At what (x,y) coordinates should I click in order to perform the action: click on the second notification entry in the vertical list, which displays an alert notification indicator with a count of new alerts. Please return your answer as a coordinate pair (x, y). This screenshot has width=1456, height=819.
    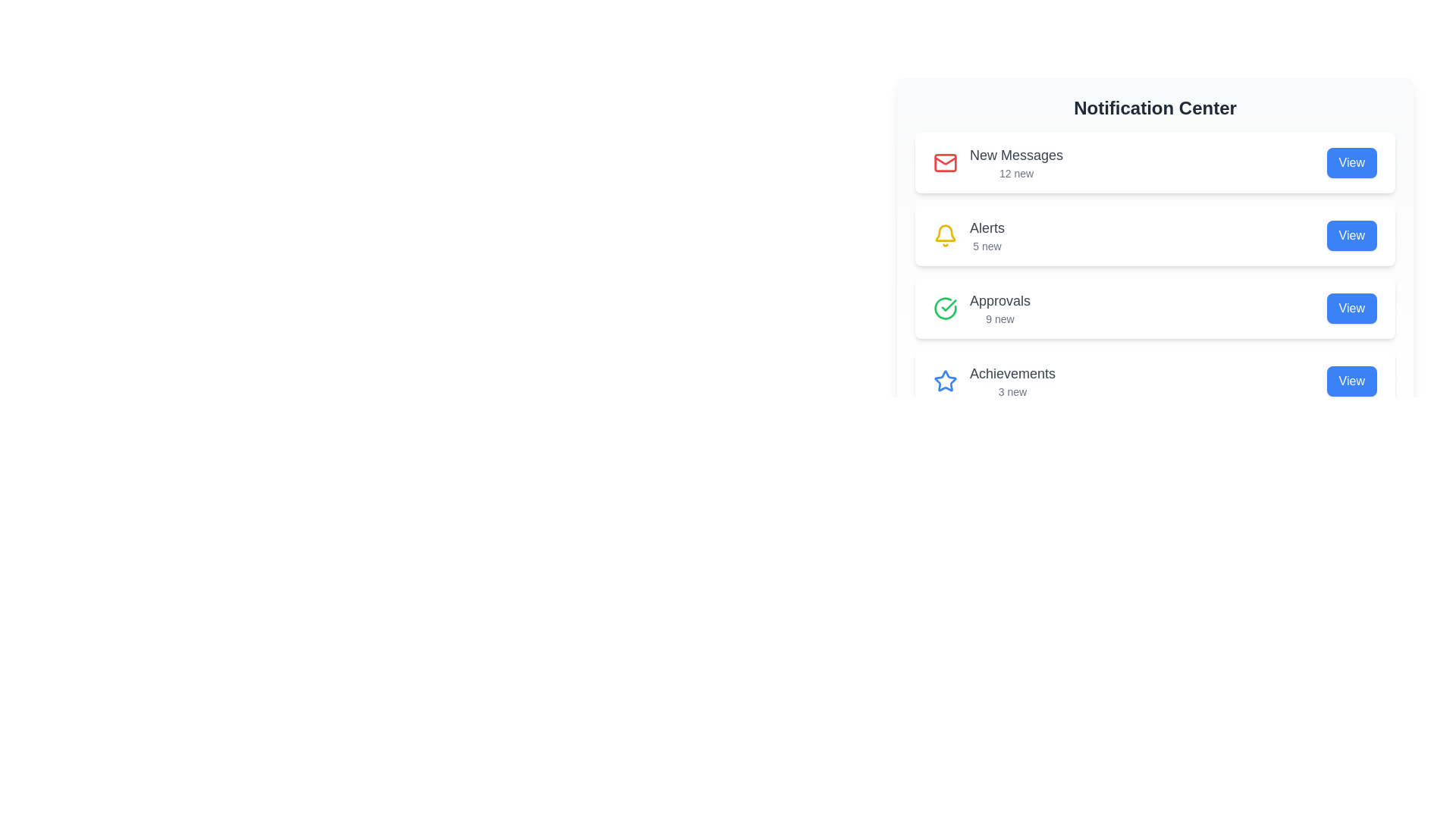
    Looking at the image, I should click on (968, 236).